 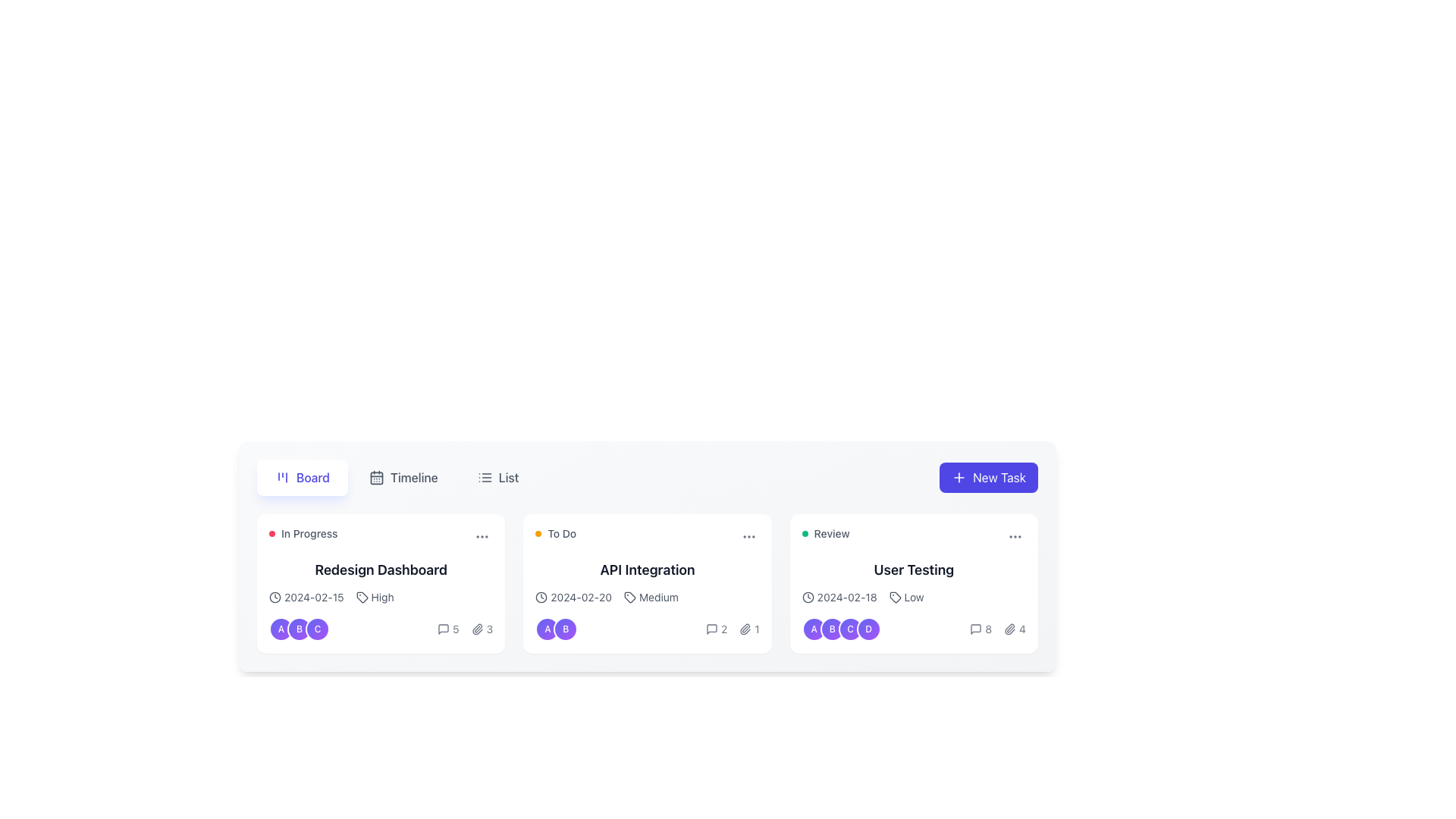 What do you see at coordinates (989, 476) in the screenshot?
I see `the 'New Task' button, which is a dark indigo rectangular button with rounded corners and white text, located at the top center-right of the interface` at bounding box center [989, 476].